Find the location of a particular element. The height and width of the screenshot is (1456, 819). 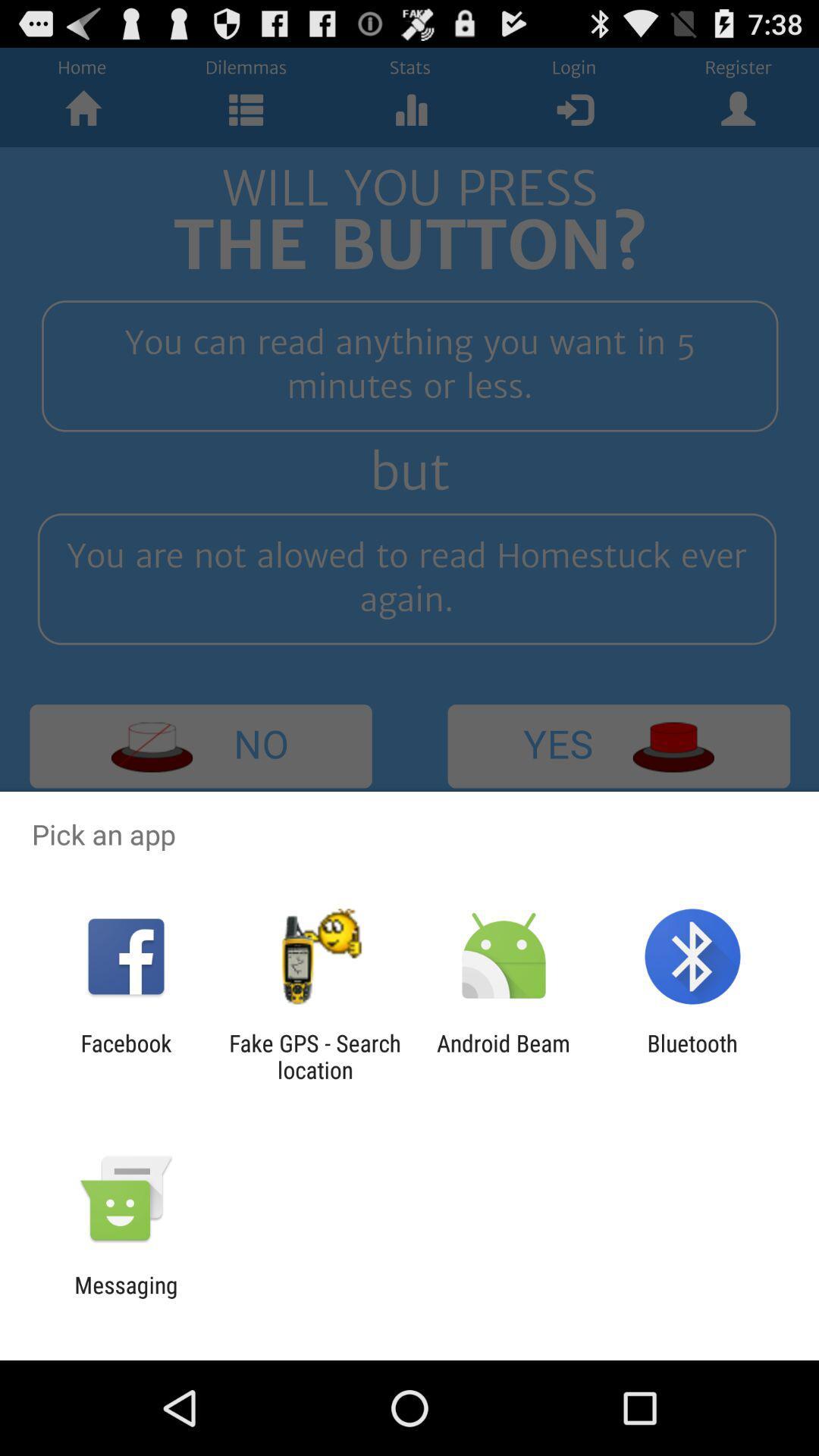

item next to the bluetooth icon is located at coordinates (504, 1056).